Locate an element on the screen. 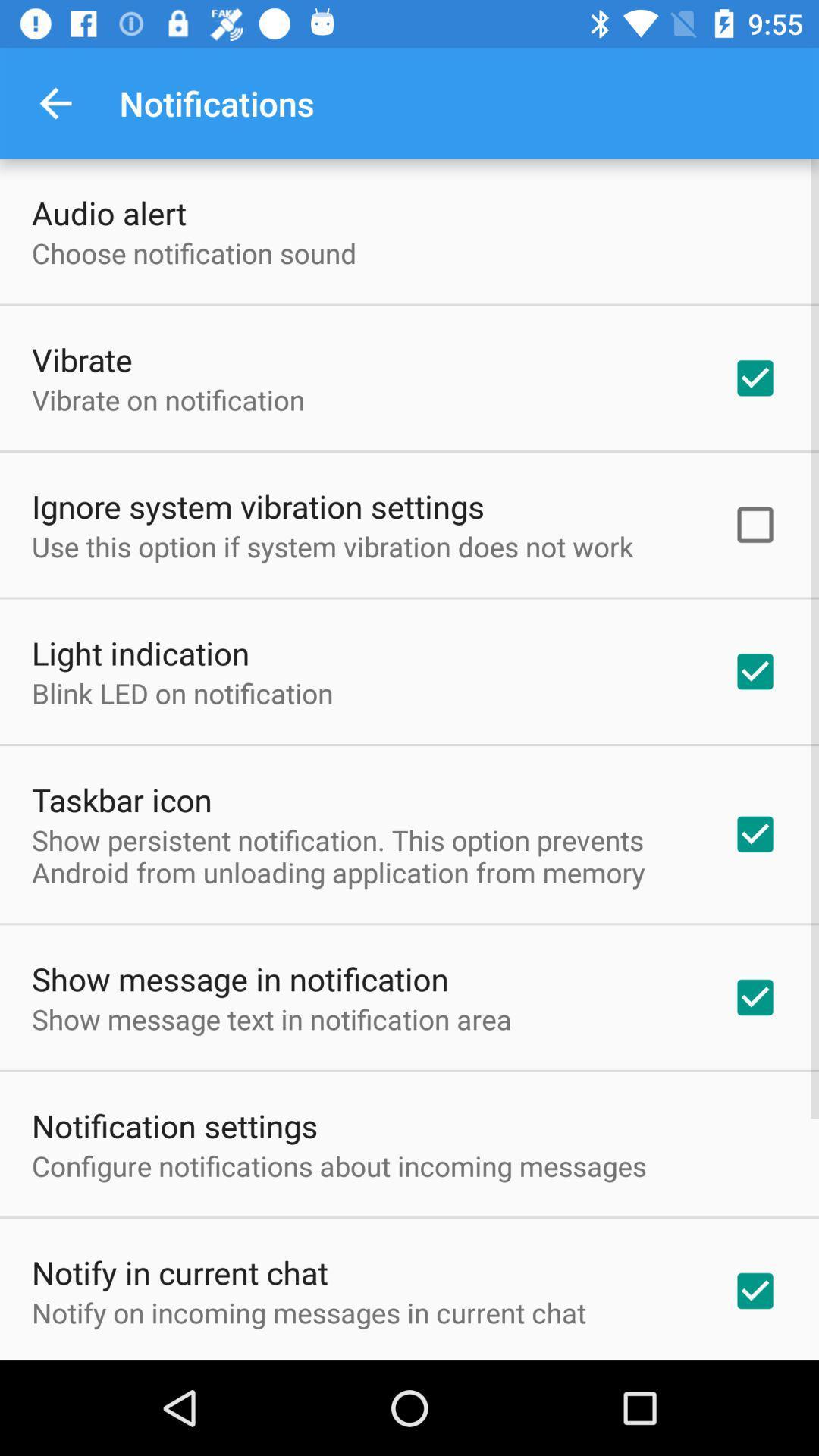 The height and width of the screenshot is (1456, 819). icon above the configure notifications about item is located at coordinates (174, 1125).